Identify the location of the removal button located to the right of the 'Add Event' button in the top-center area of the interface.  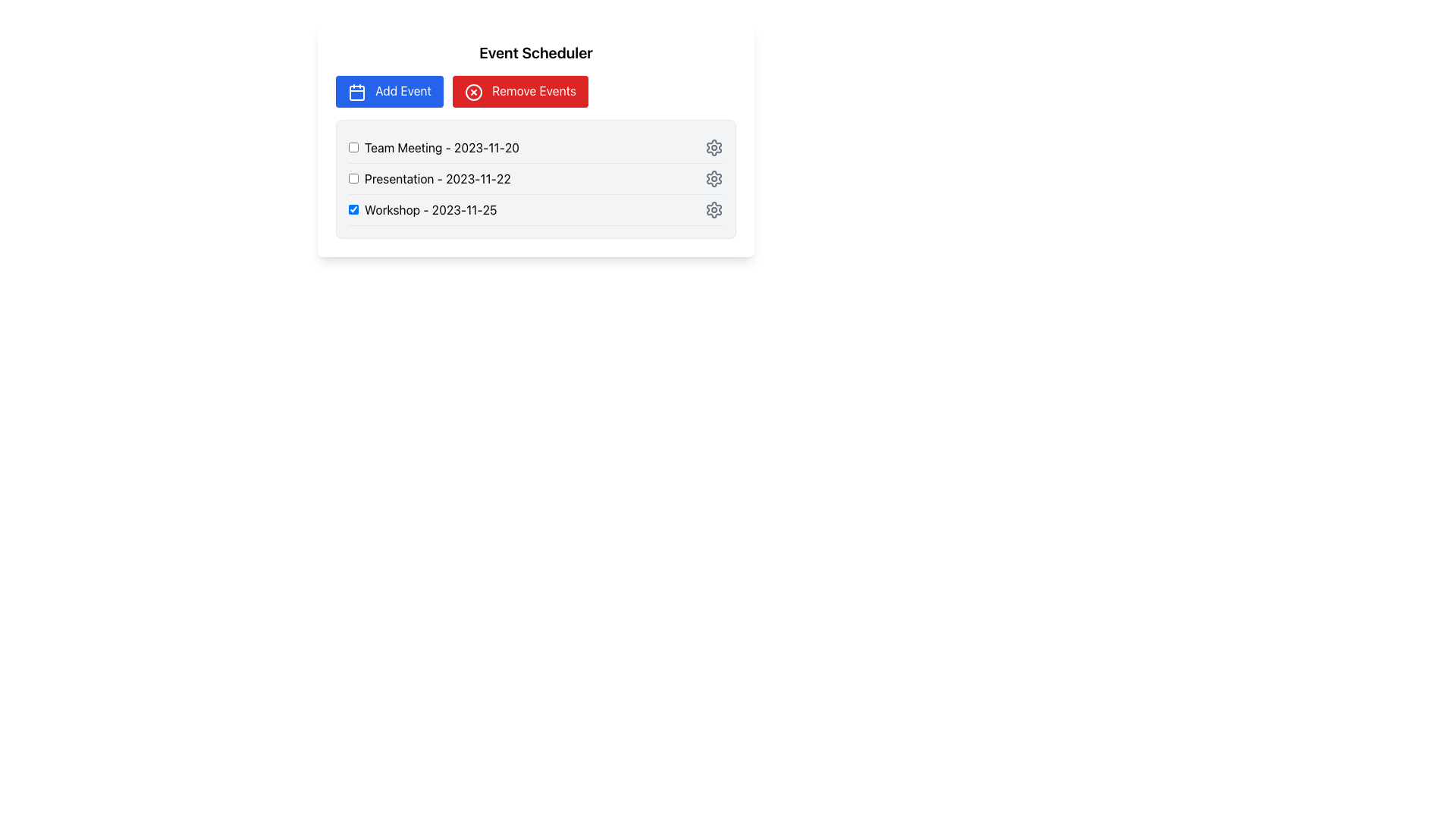
(520, 91).